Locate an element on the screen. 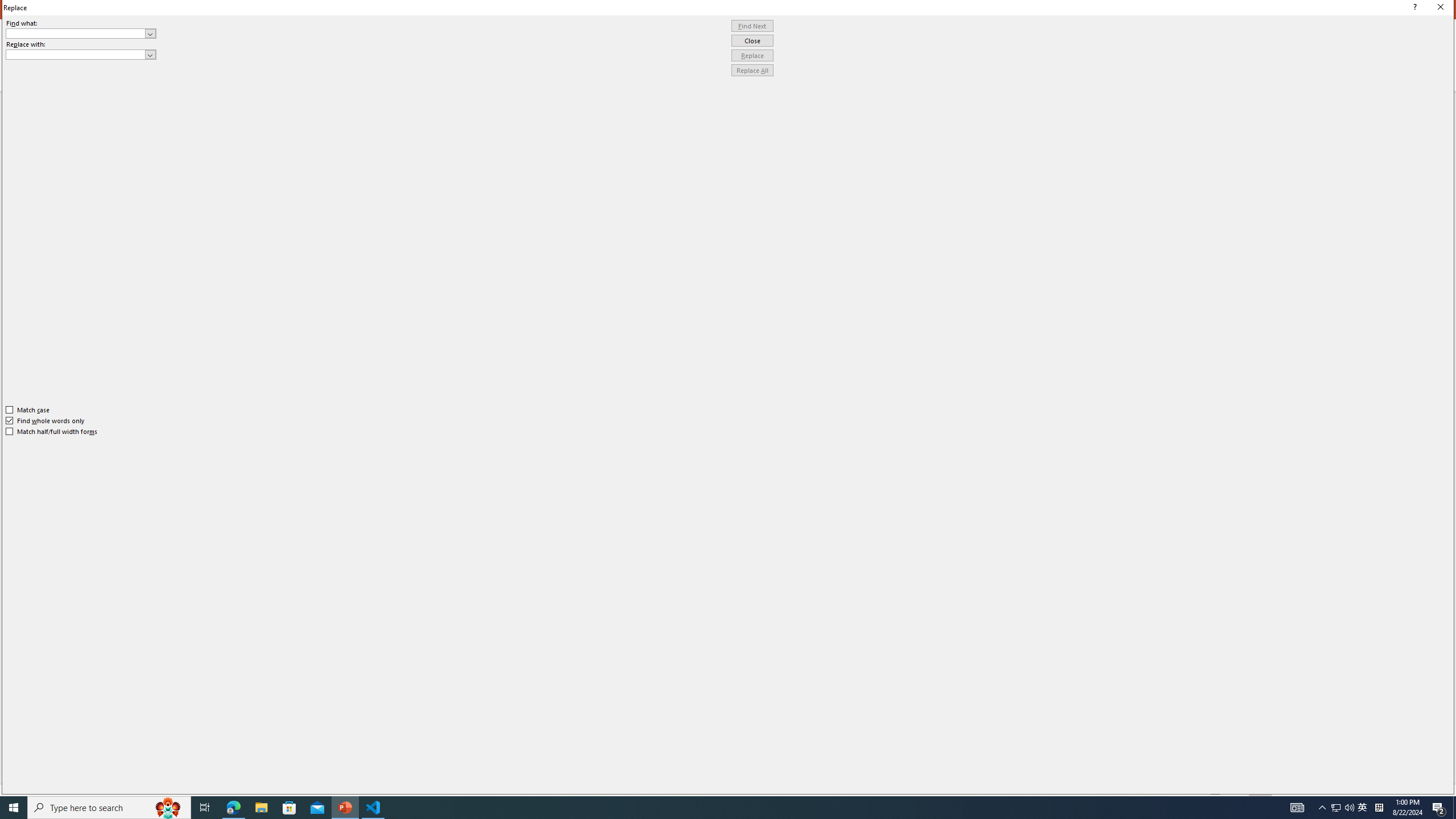 The height and width of the screenshot is (819, 1456). 'Replace with' is located at coordinates (76, 54).